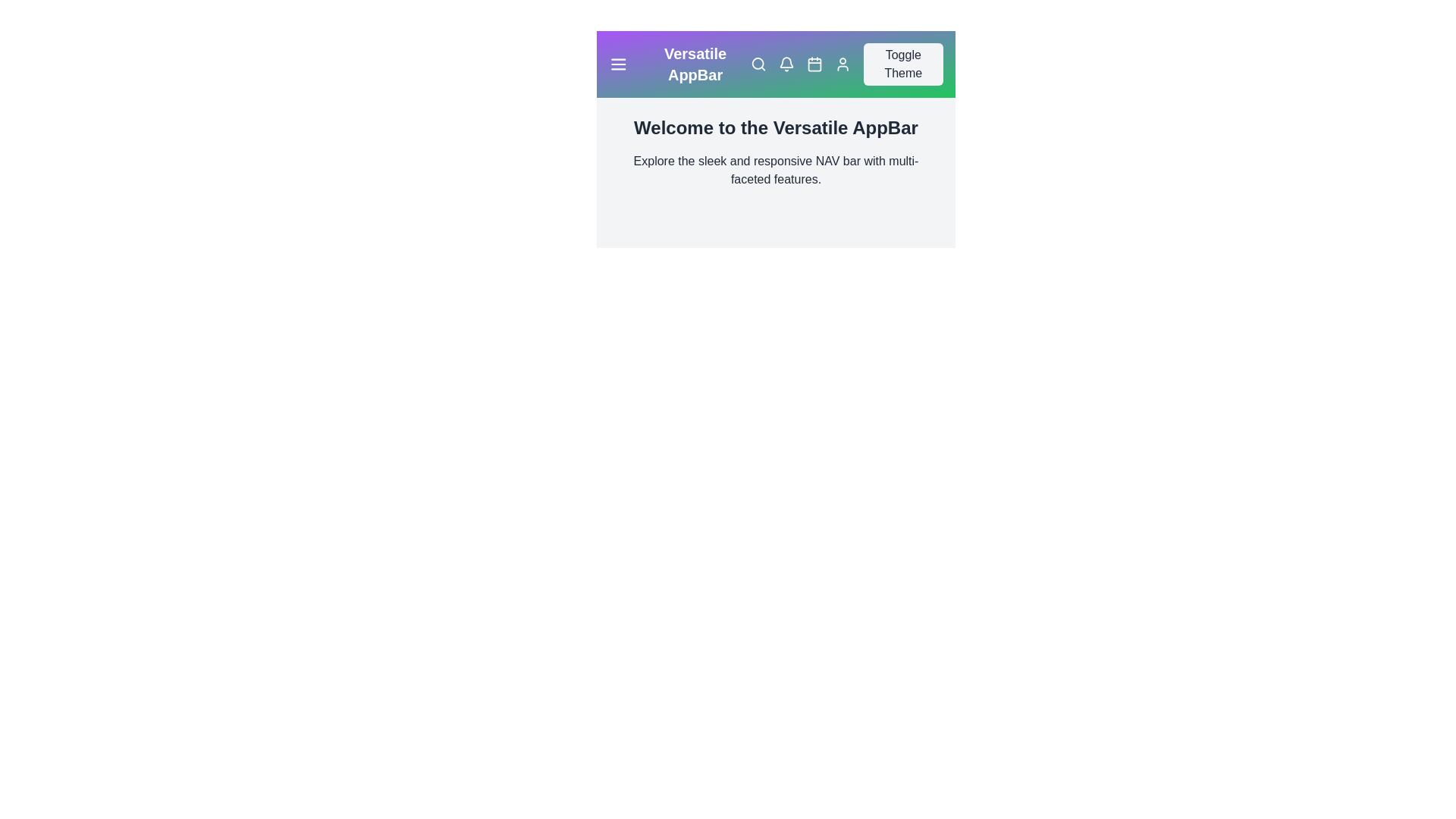 The width and height of the screenshot is (1456, 819). What do you see at coordinates (814, 63) in the screenshot?
I see `the calendar icon to view dates` at bounding box center [814, 63].